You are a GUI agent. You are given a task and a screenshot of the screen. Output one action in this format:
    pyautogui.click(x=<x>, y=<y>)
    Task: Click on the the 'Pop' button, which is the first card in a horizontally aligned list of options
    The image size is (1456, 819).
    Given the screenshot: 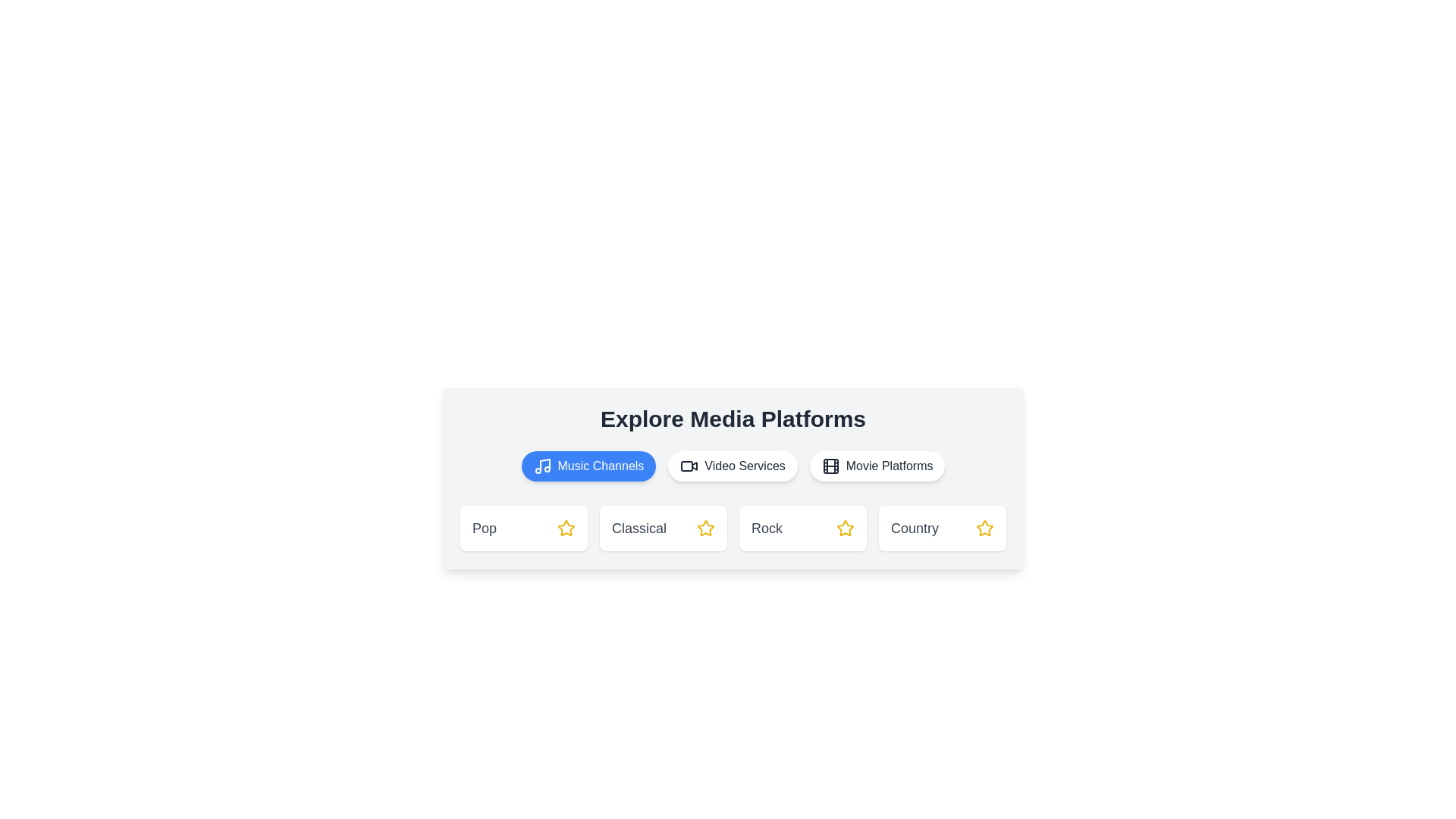 What is the action you would take?
    pyautogui.click(x=524, y=528)
    